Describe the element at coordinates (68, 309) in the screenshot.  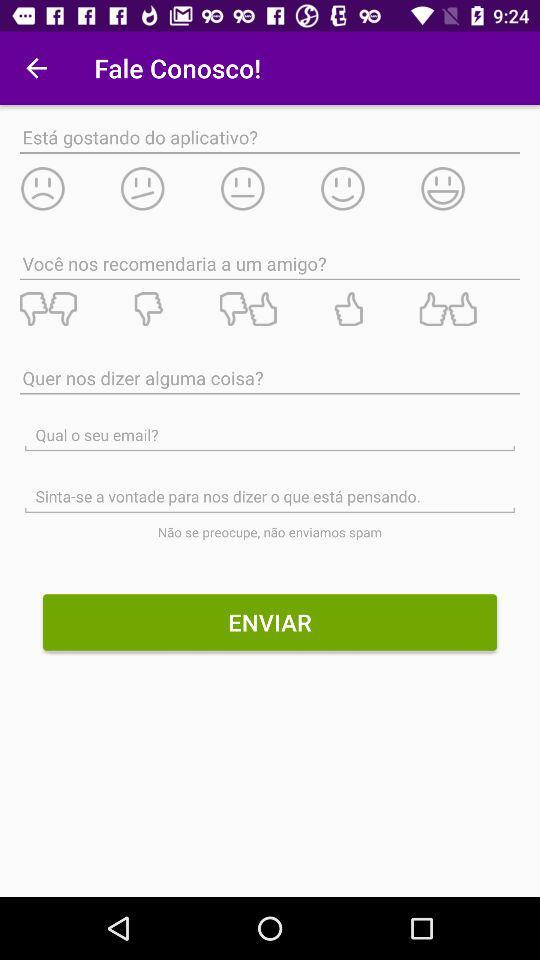
I see `classify our service` at that location.